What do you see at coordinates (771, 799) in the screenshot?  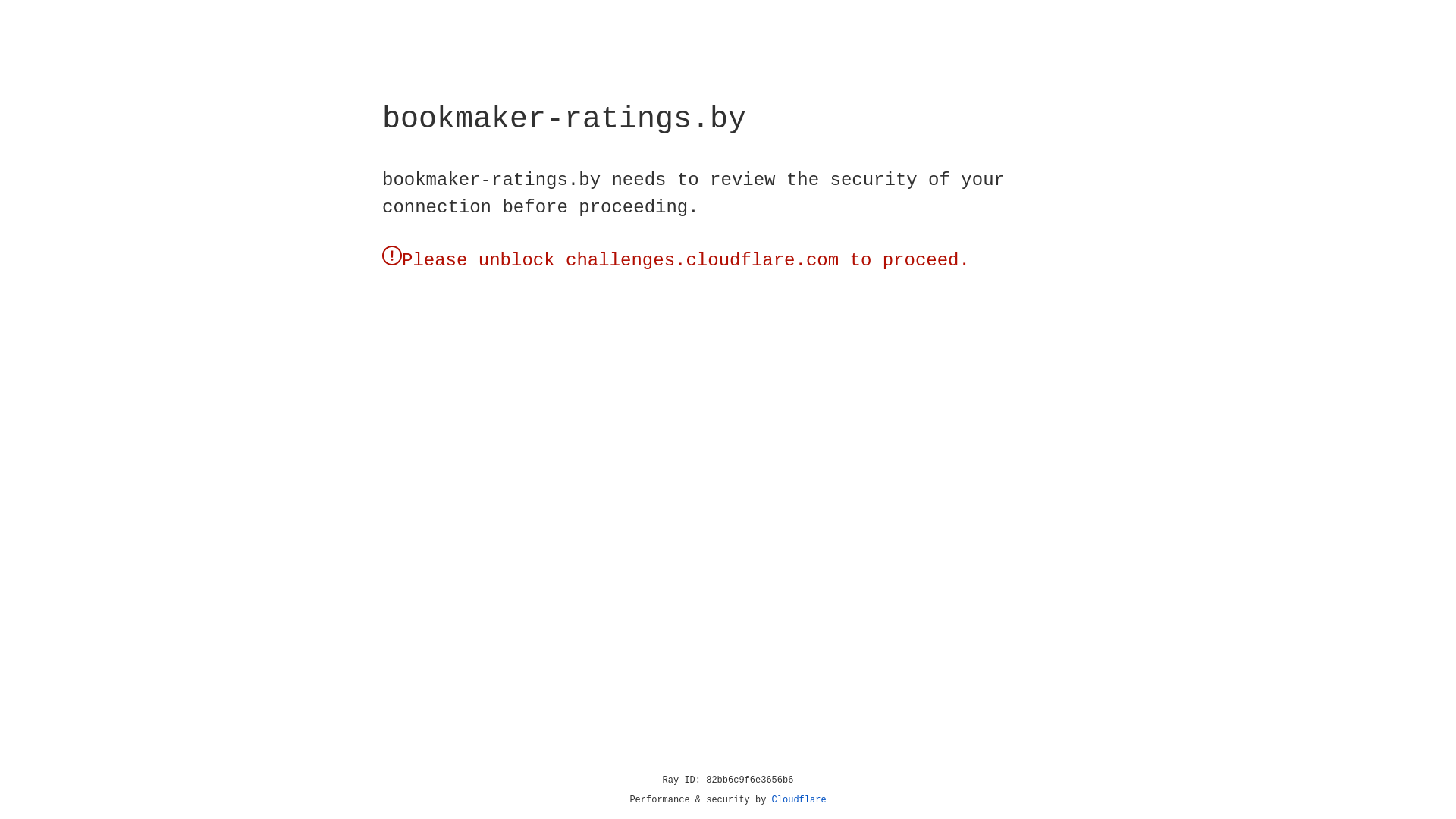 I see `'Cloudflare'` at bounding box center [771, 799].